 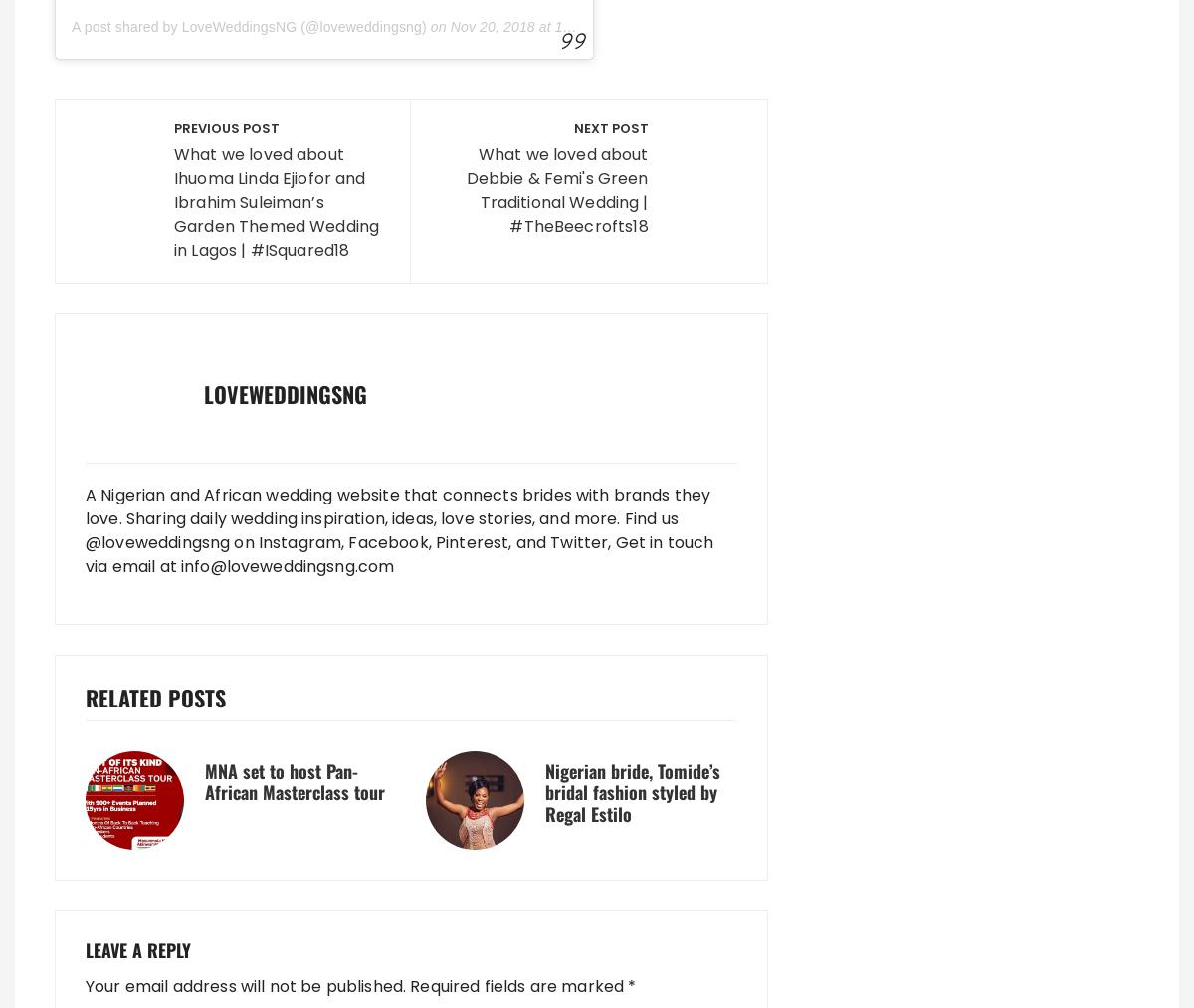 What do you see at coordinates (121, 513) in the screenshot?
I see `'Website'` at bounding box center [121, 513].